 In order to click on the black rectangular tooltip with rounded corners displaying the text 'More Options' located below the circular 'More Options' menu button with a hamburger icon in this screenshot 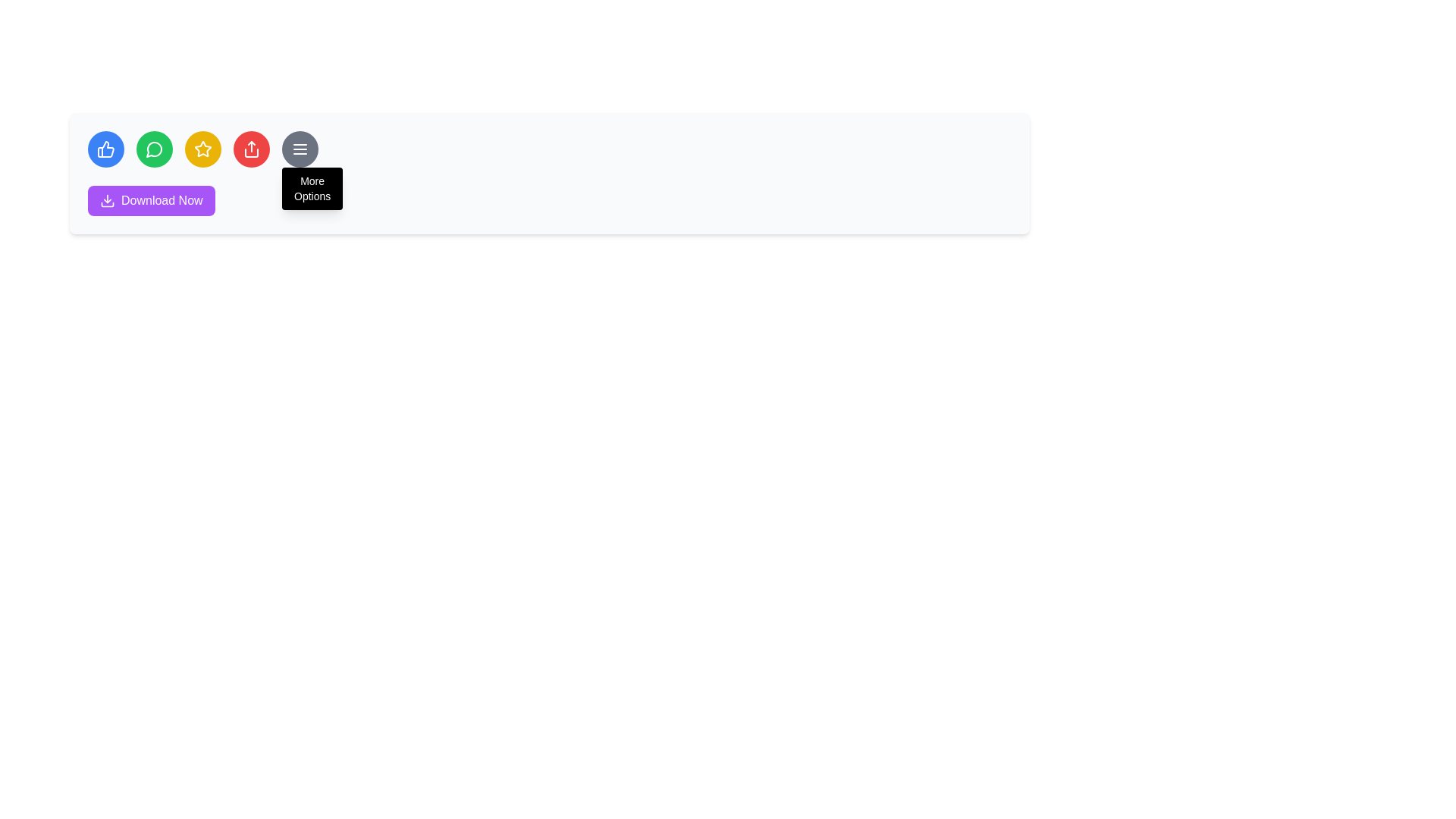, I will do `click(312, 188)`.